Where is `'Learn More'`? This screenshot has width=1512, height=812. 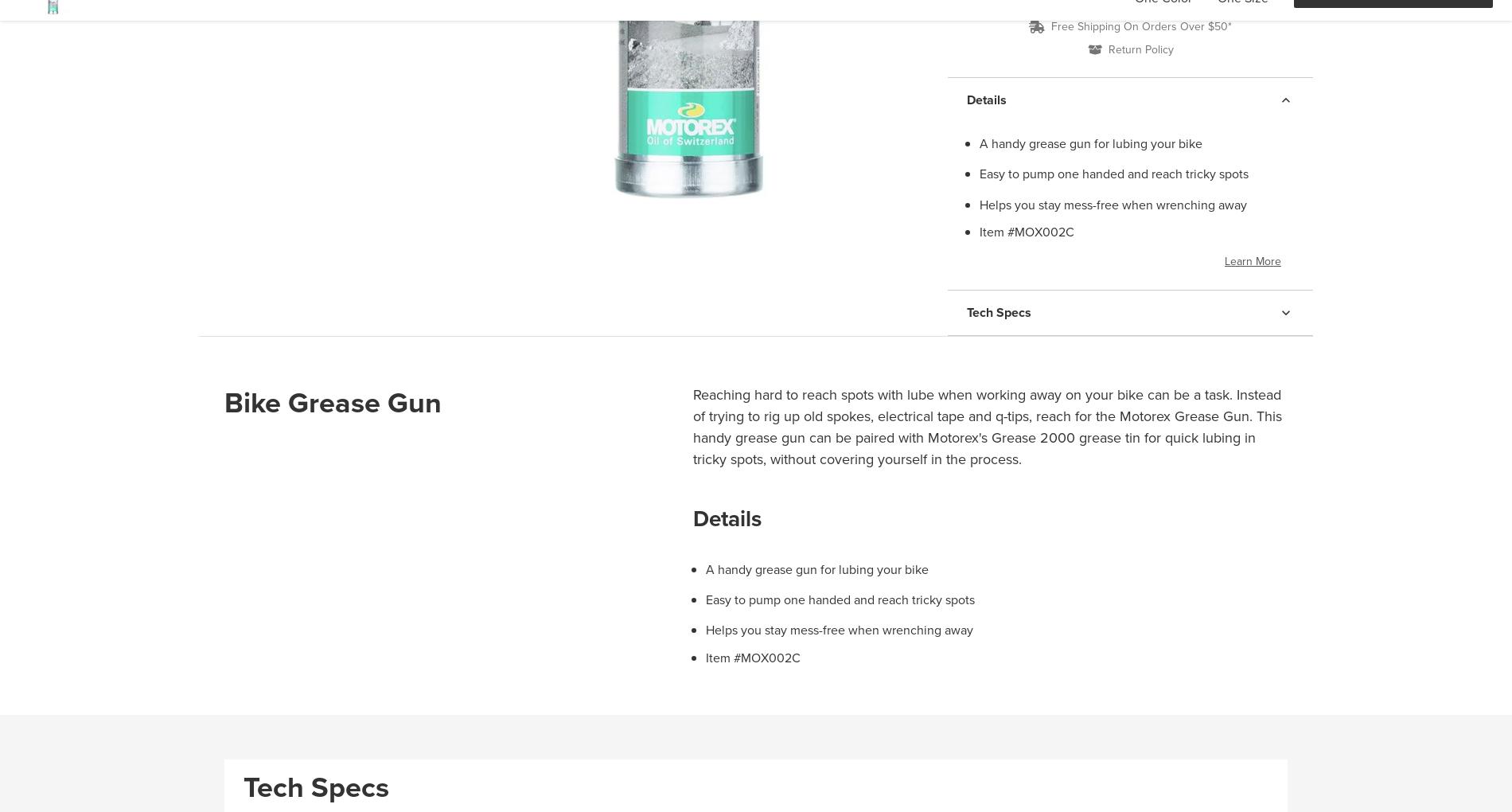 'Learn More' is located at coordinates (1253, 260).